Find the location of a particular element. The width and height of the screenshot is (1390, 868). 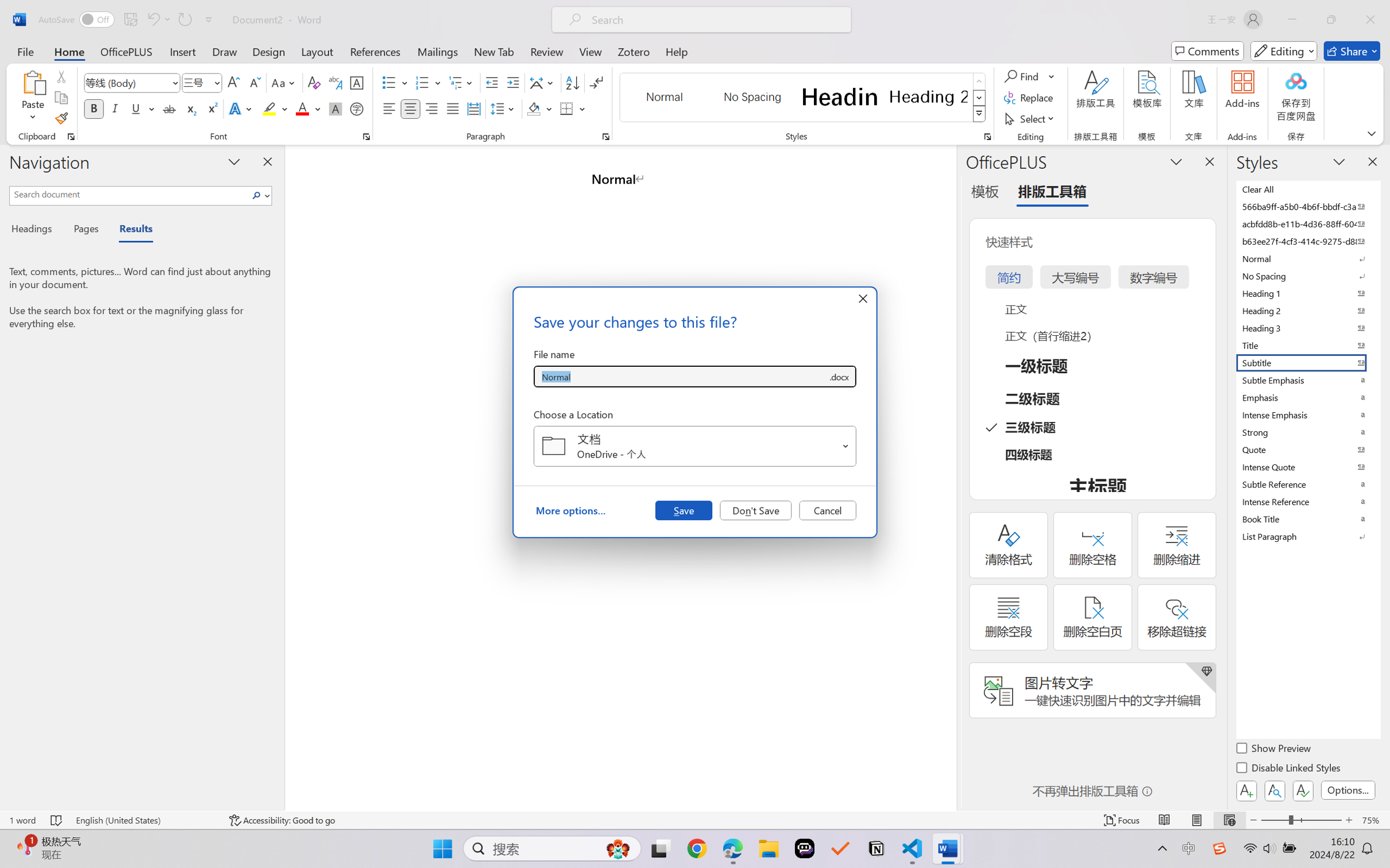

'Text Effects and Typography' is located at coordinates (241, 108).